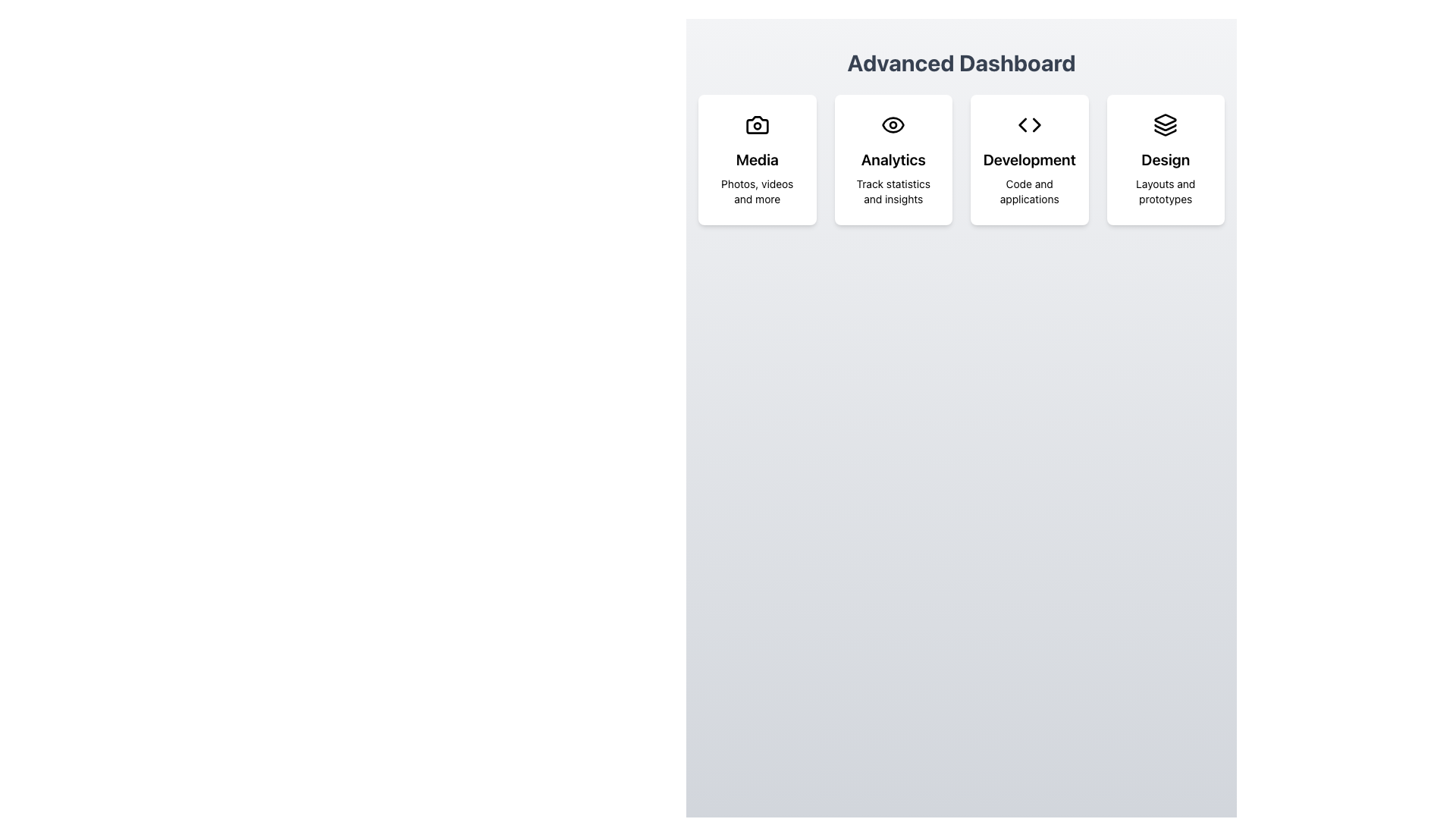 The width and height of the screenshot is (1456, 819). I want to click on the navigational card that directs users to layouts and prototypes related to design, which is the fourth item in a horizontal grid layout, to trigger effects, so click(1165, 160).